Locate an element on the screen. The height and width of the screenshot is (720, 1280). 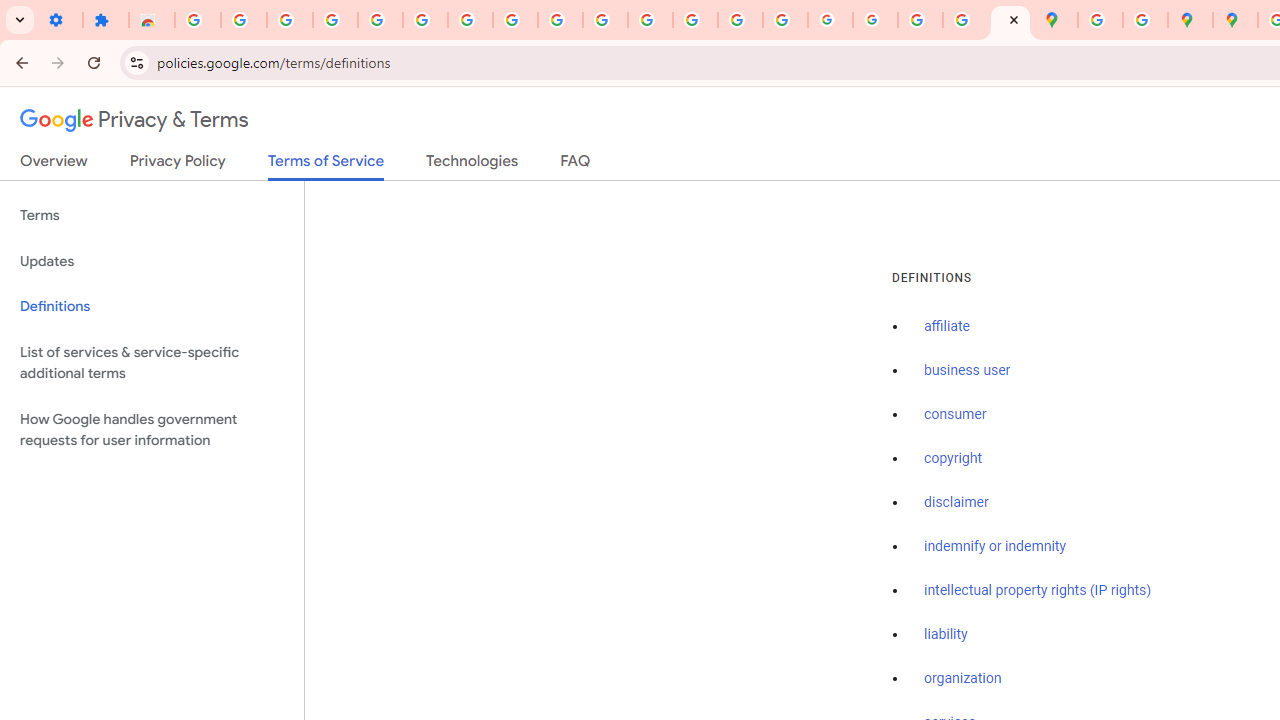
'Reviews: Helix Fruit Jump Arcade Game' is located at coordinates (151, 20).